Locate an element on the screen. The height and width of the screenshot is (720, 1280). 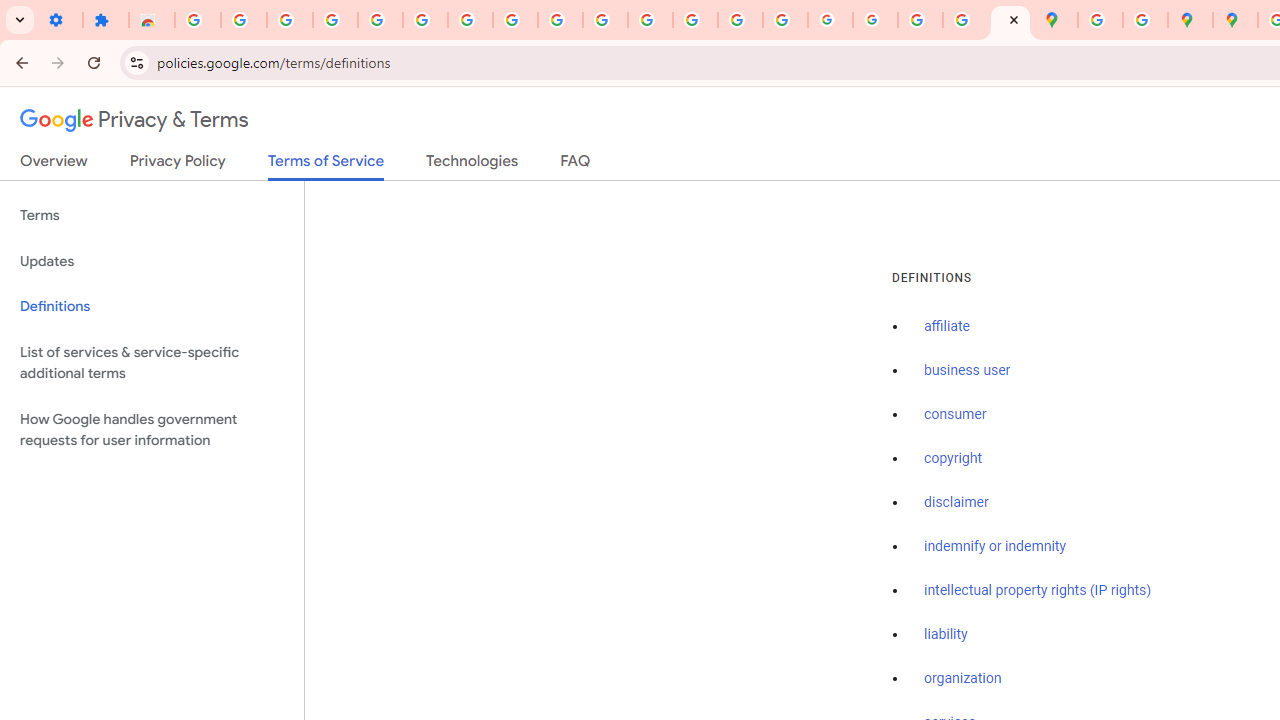
'Reviews: Helix Fruit Jump Arcade Game' is located at coordinates (151, 20).